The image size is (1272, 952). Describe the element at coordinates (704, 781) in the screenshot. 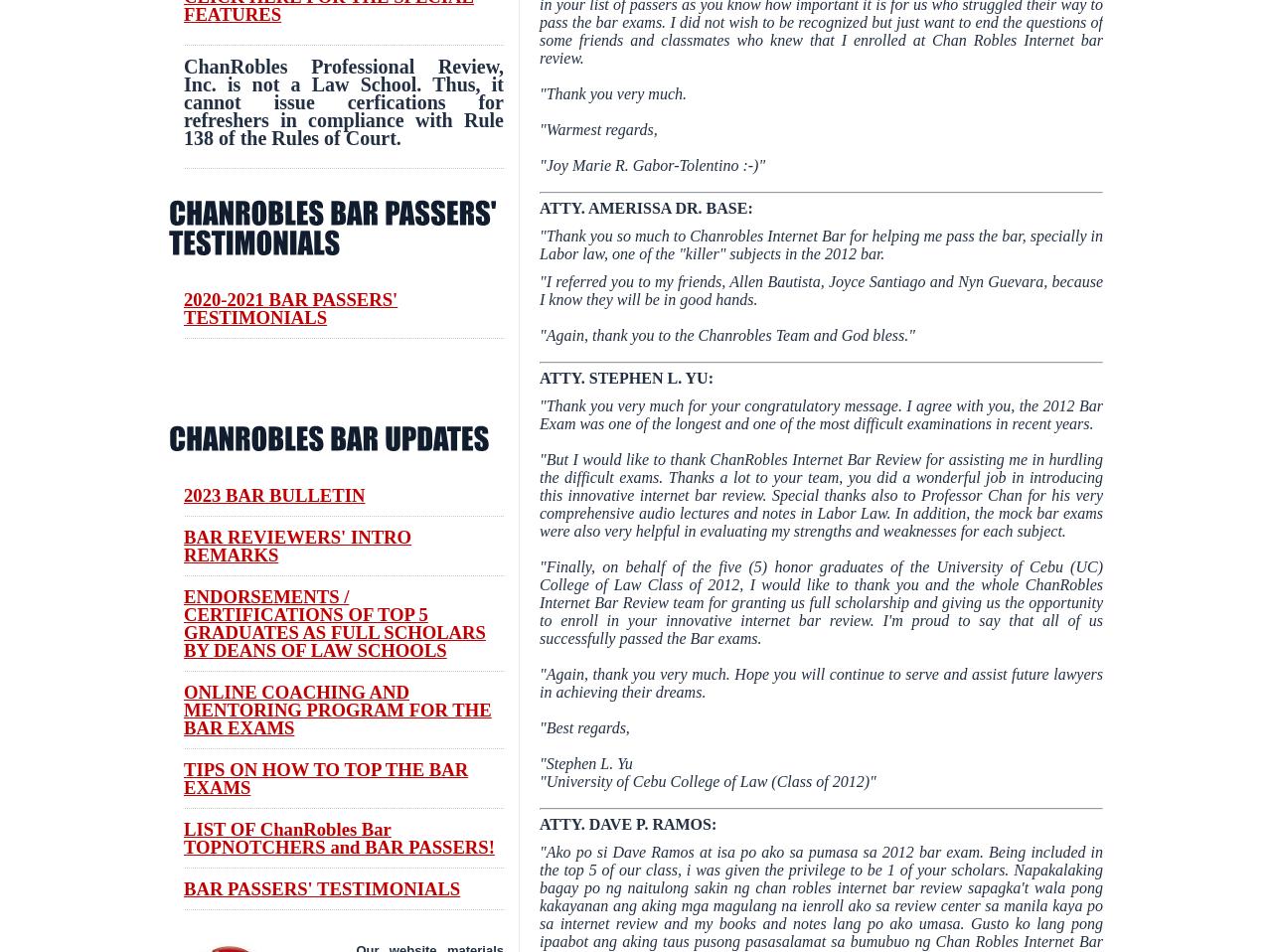

I see `'"University of Cebu College of Law (Class of 2012)'` at that location.